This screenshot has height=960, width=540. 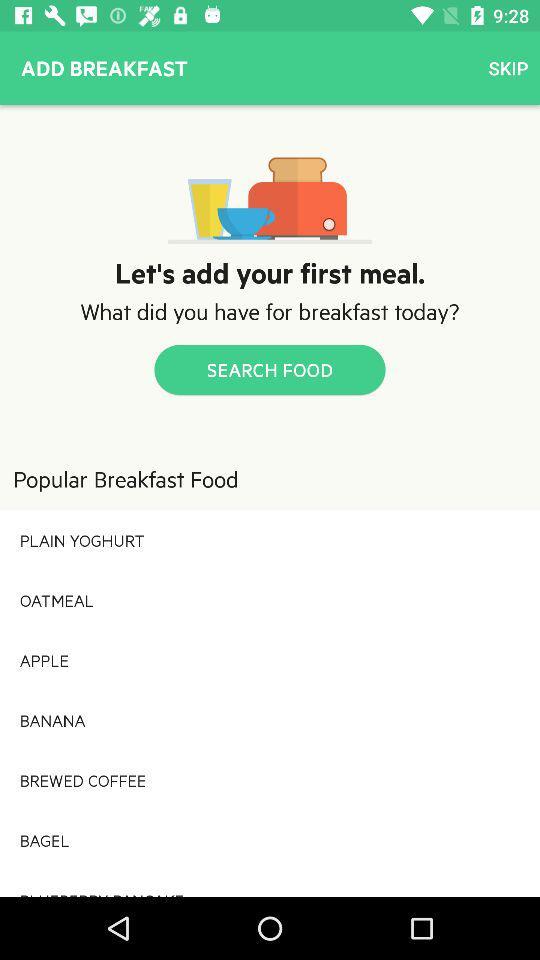 What do you see at coordinates (270, 779) in the screenshot?
I see `the brewed coffee` at bounding box center [270, 779].